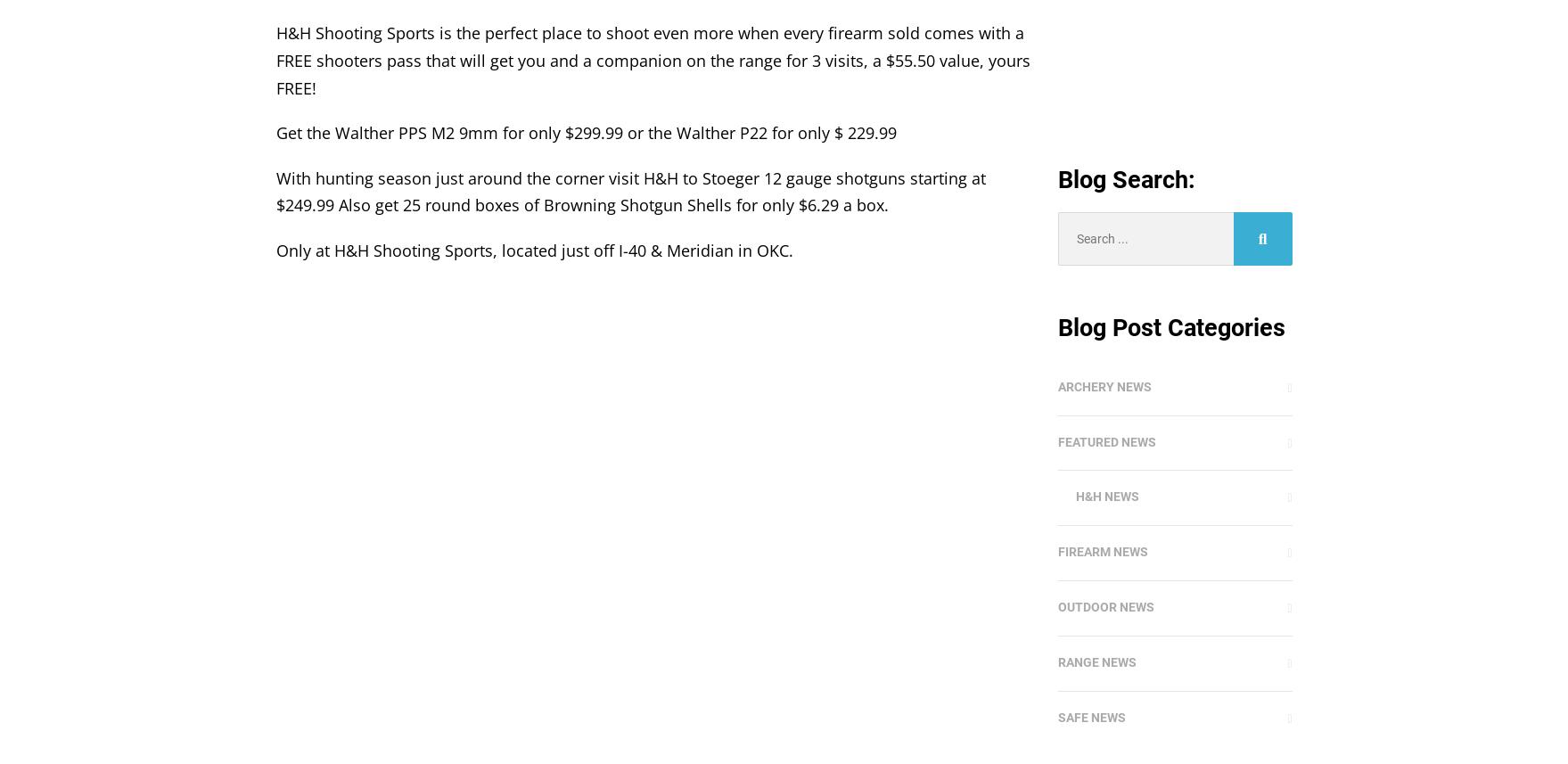 The image size is (1568, 764). Describe the element at coordinates (1102, 551) in the screenshot. I see `'Firearm News'` at that location.